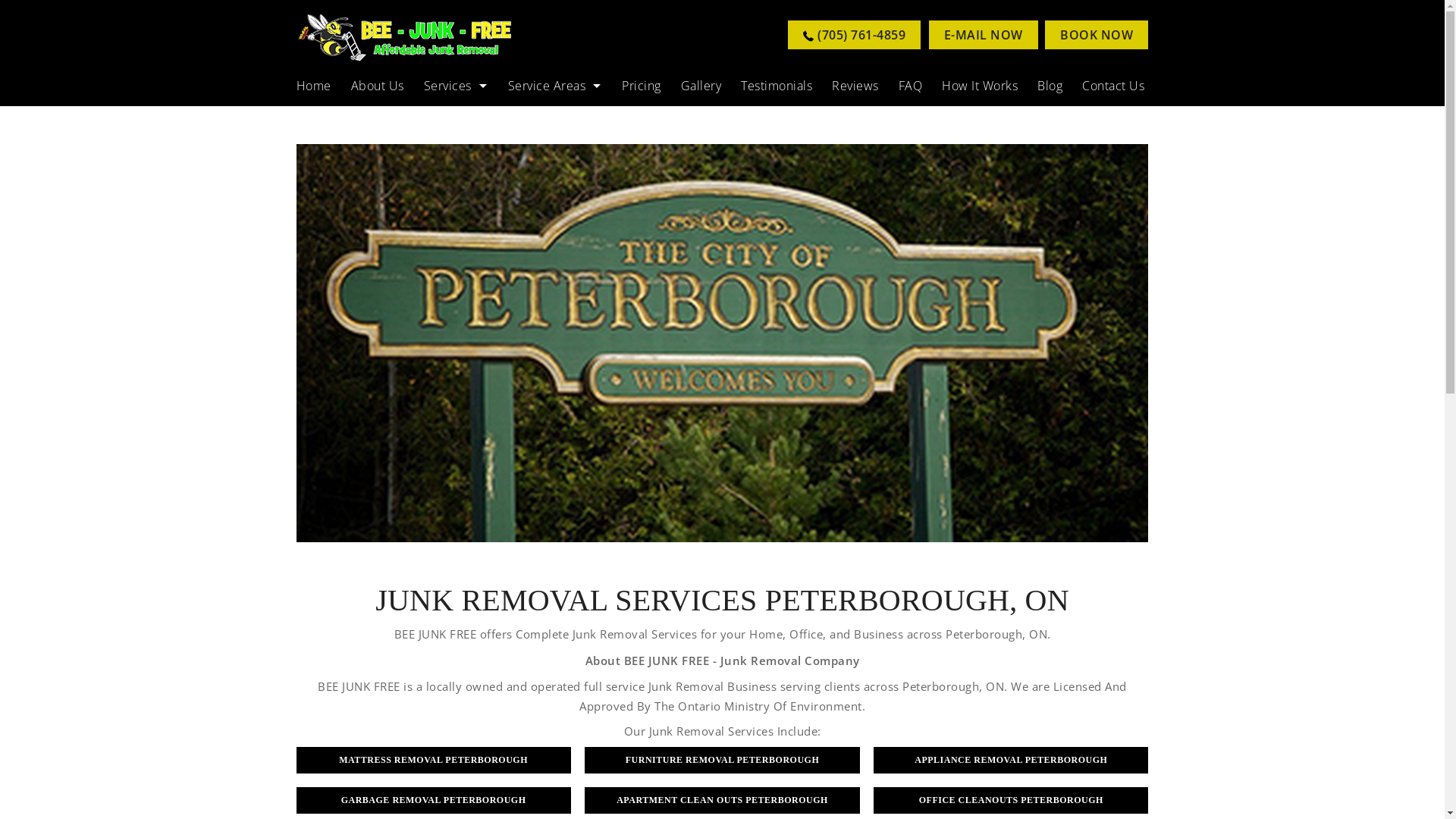  Describe the element at coordinates (432, 759) in the screenshot. I see `'MATTRESS REMOVAL PETERBOROUGH'` at that location.